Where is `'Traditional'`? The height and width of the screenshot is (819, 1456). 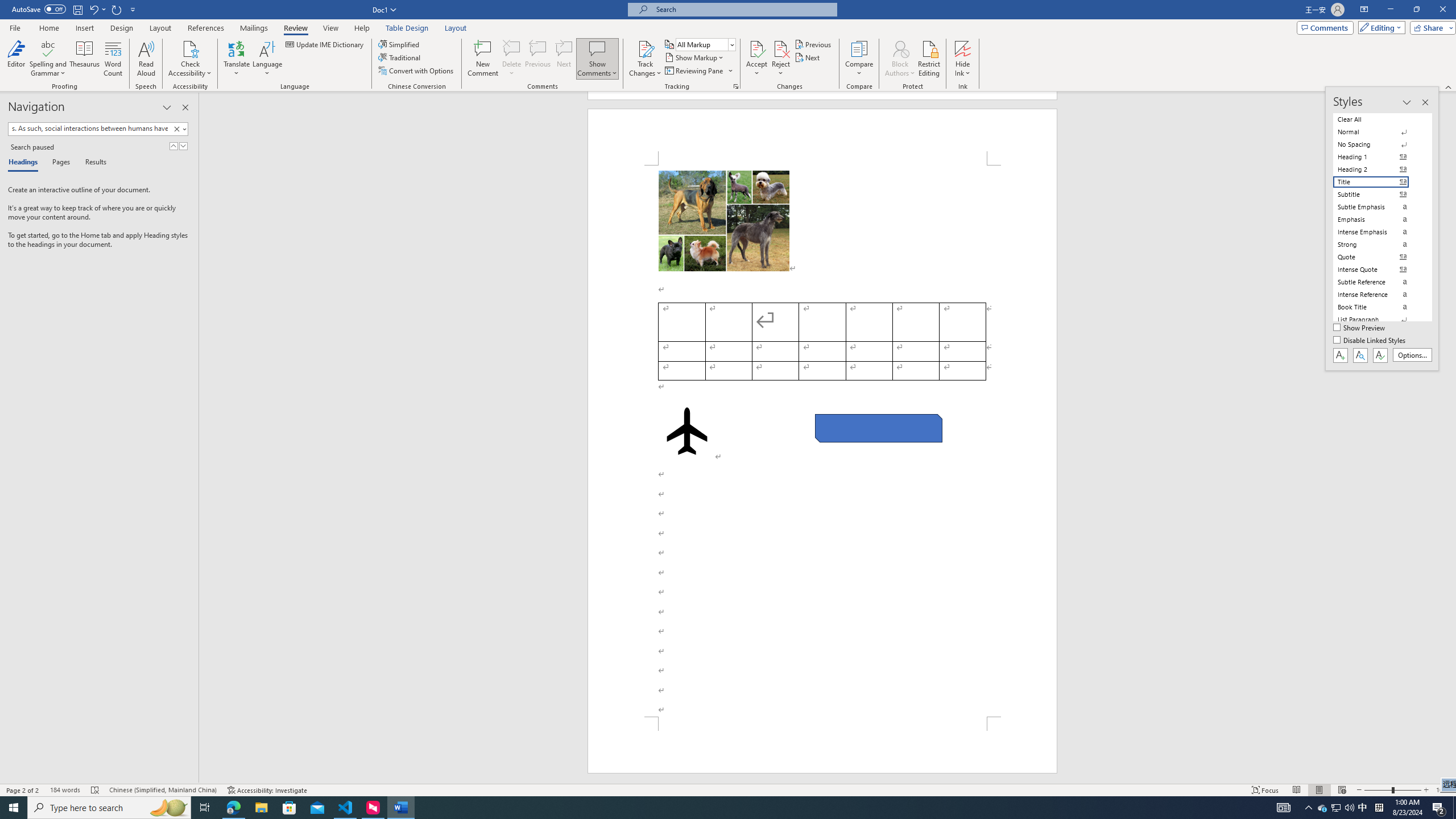 'Traditional' is located at coordinates (400, 56).